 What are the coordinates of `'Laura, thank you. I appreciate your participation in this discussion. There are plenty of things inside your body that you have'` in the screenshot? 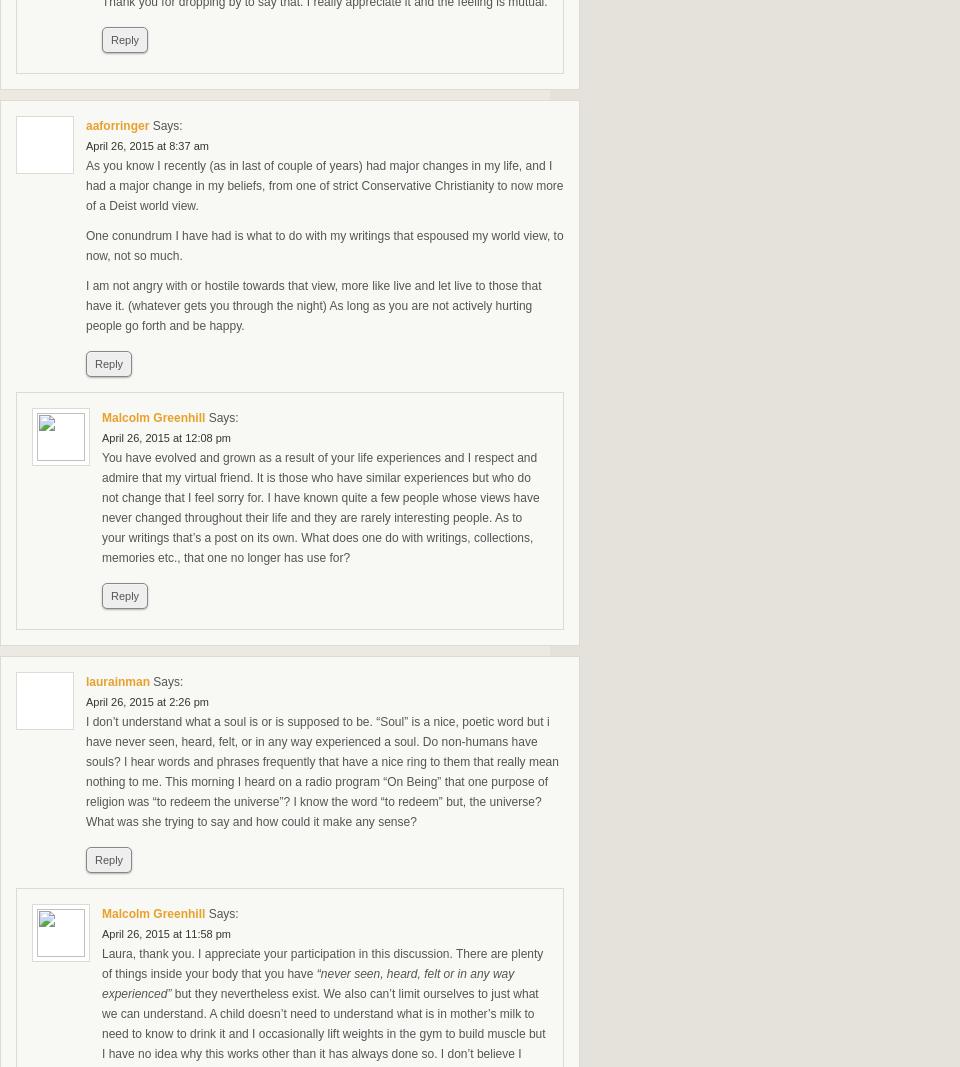 It's located at (322, 964).